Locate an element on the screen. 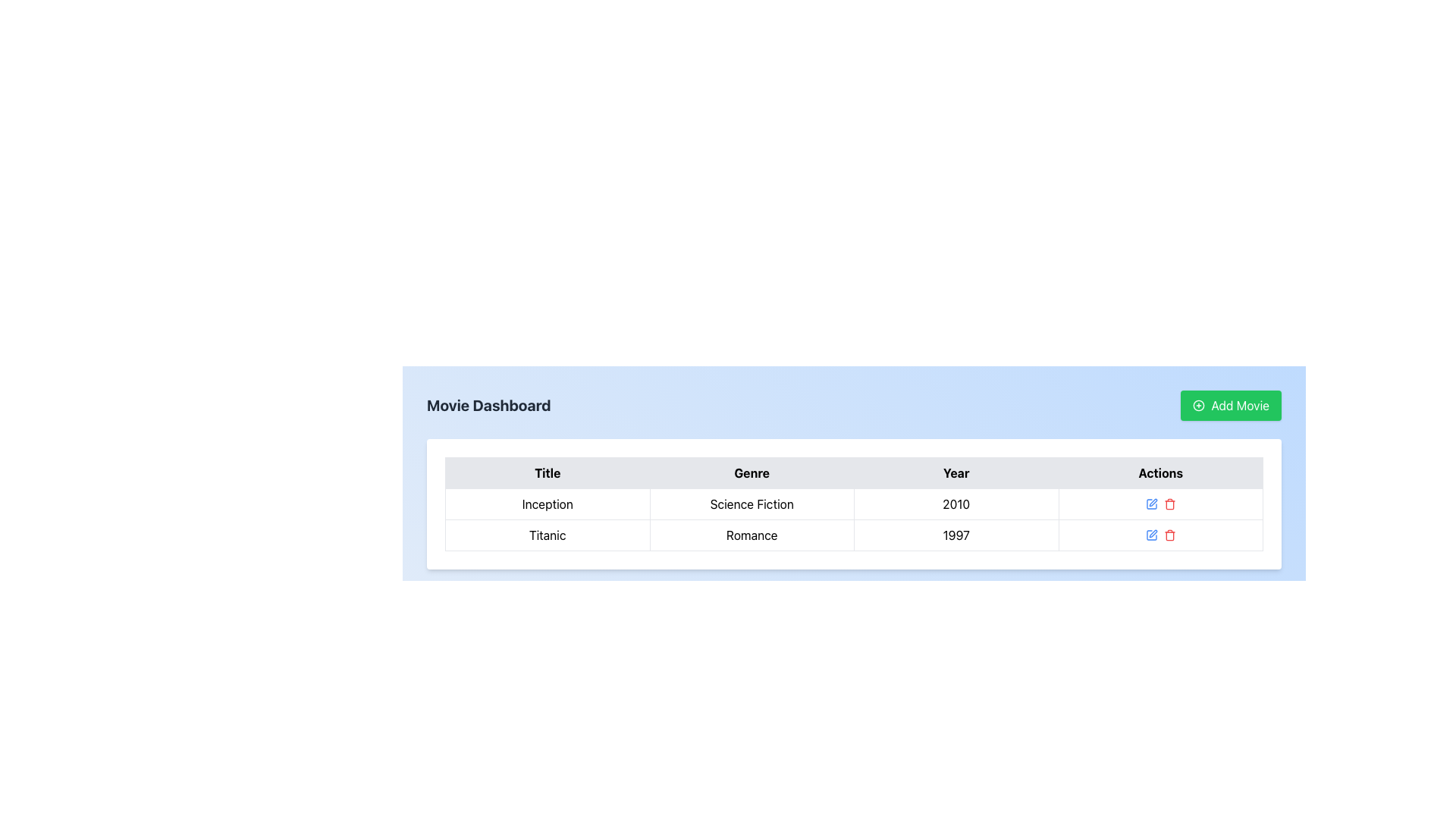 The width and height of the screenshot is (1456, 819). the green rectangular 'Add Movie' button with a circular plus icon is located at coordinates (1231, 405).